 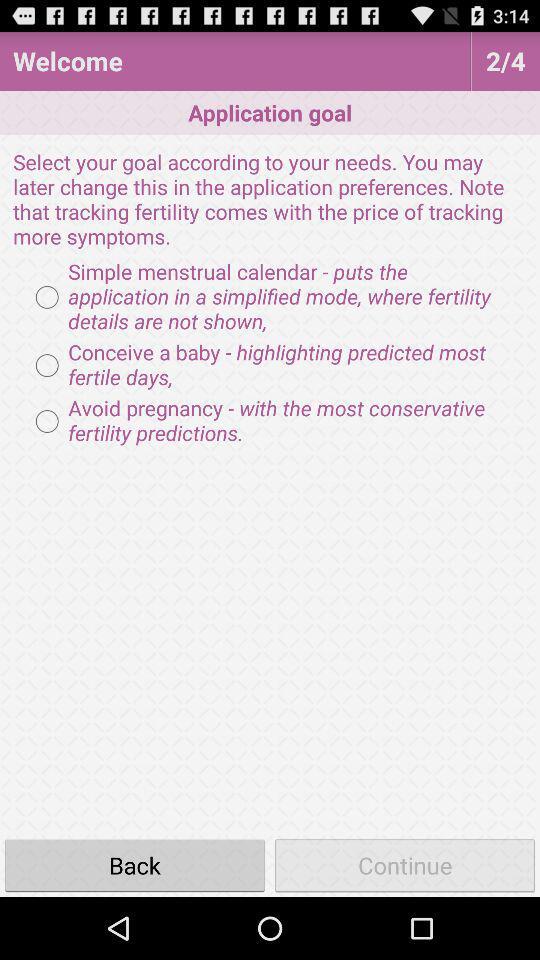 What do you see at coordinates (270, 421) in the screenshot?
I see `the item above the back` at bounding box center [270, 421].